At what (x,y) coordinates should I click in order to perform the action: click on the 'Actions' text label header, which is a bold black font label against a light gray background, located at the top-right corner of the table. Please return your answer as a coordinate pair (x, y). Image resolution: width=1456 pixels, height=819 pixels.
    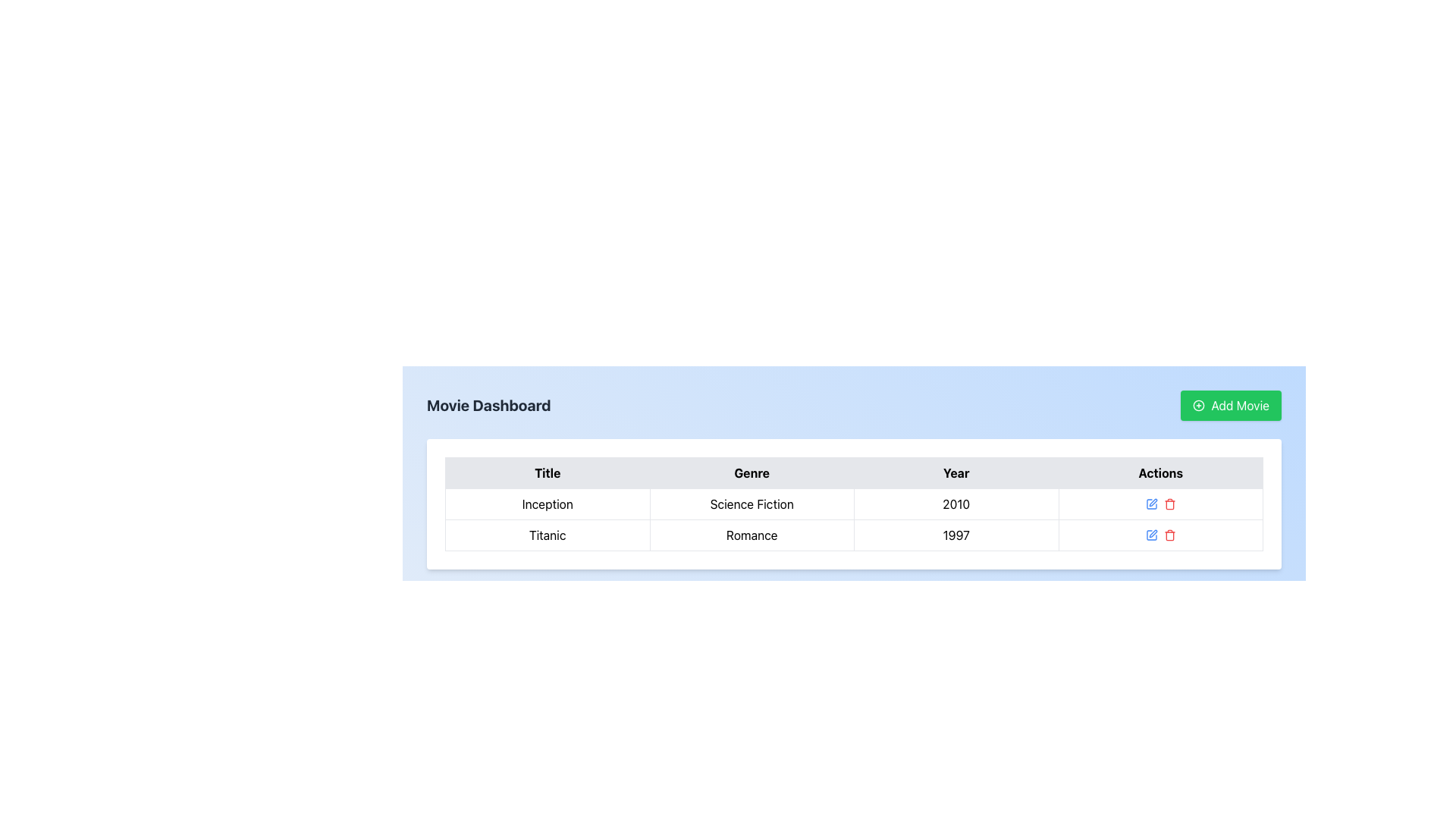
    Looking at the image, I should click on (1159, 472).